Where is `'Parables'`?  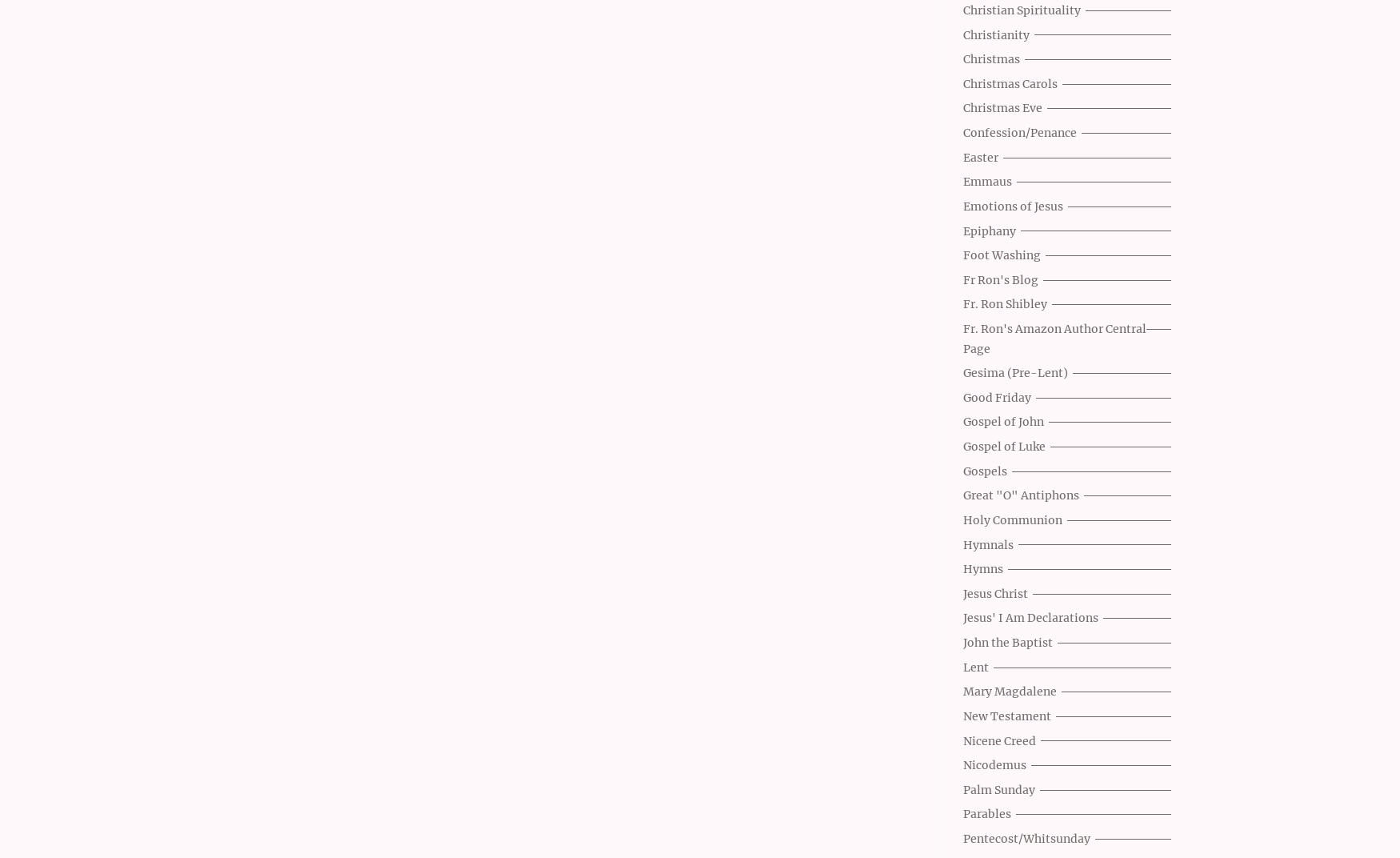 'Parables' is located at coordinates (986, 814).